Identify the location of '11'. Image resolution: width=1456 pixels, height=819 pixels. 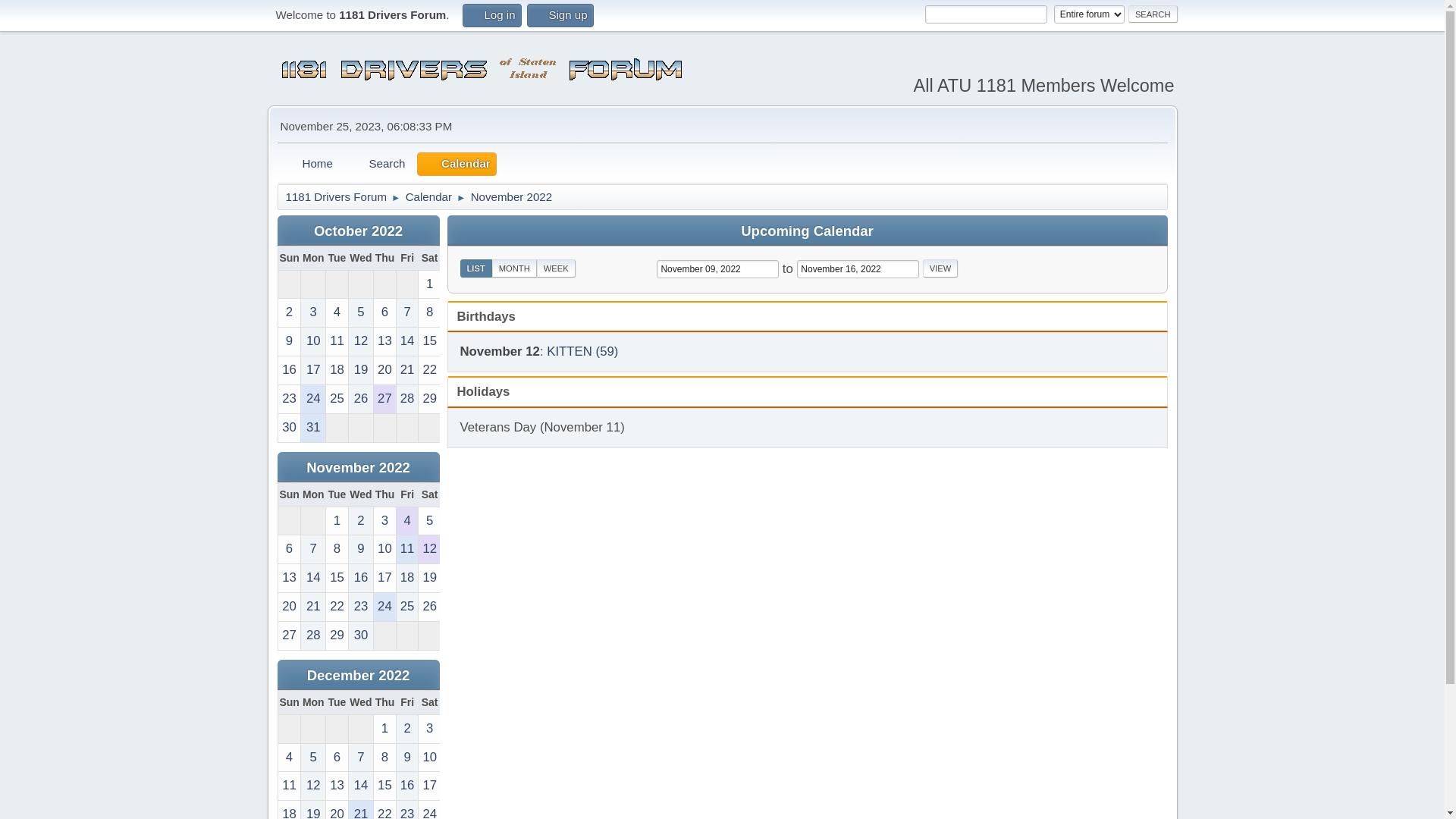
(288, 785).